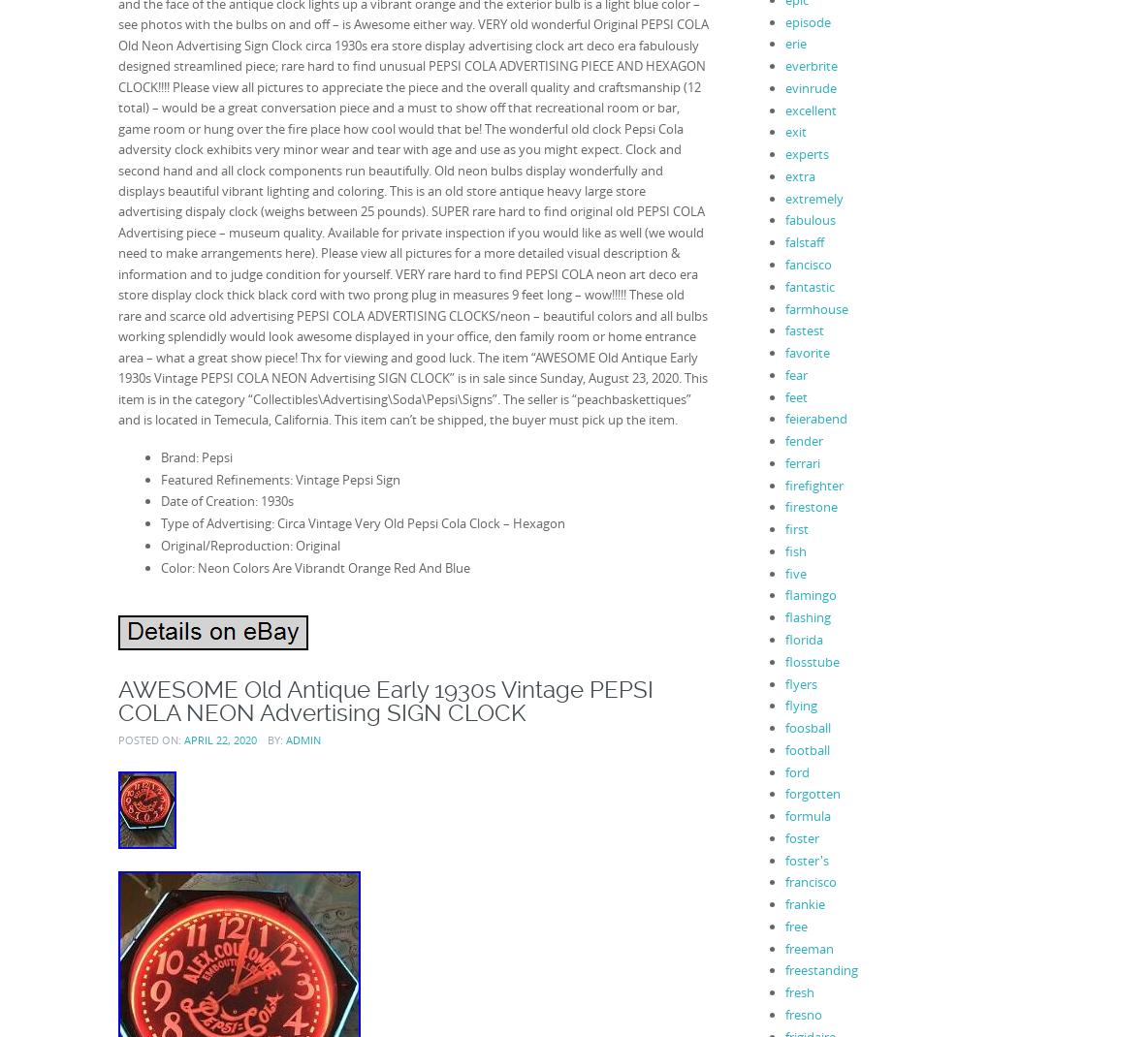 The image size is (1148, 1037). I want to click on 'fresh', so click(798, 991).